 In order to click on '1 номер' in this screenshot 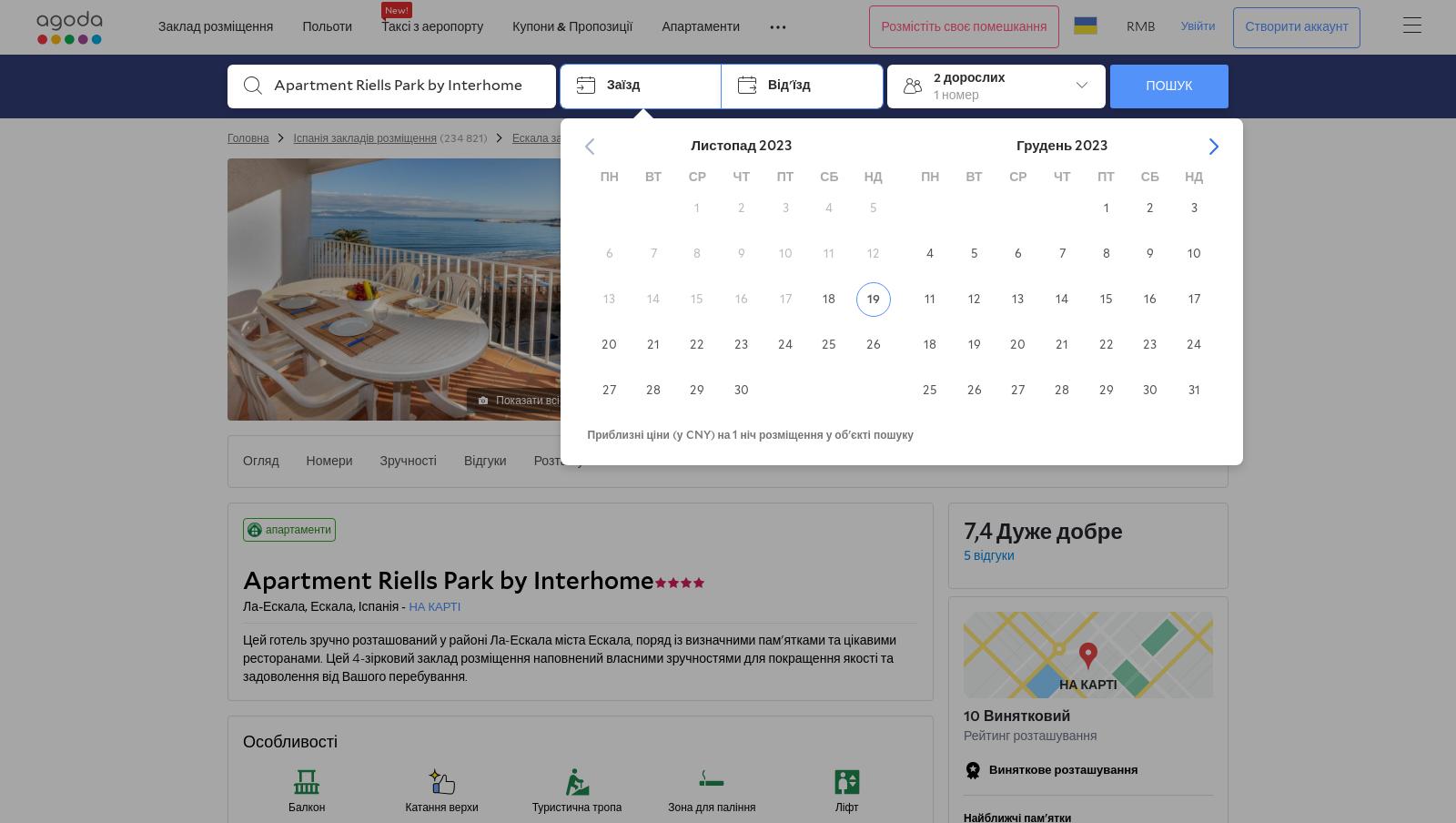, I will do `click(955, 93)`.